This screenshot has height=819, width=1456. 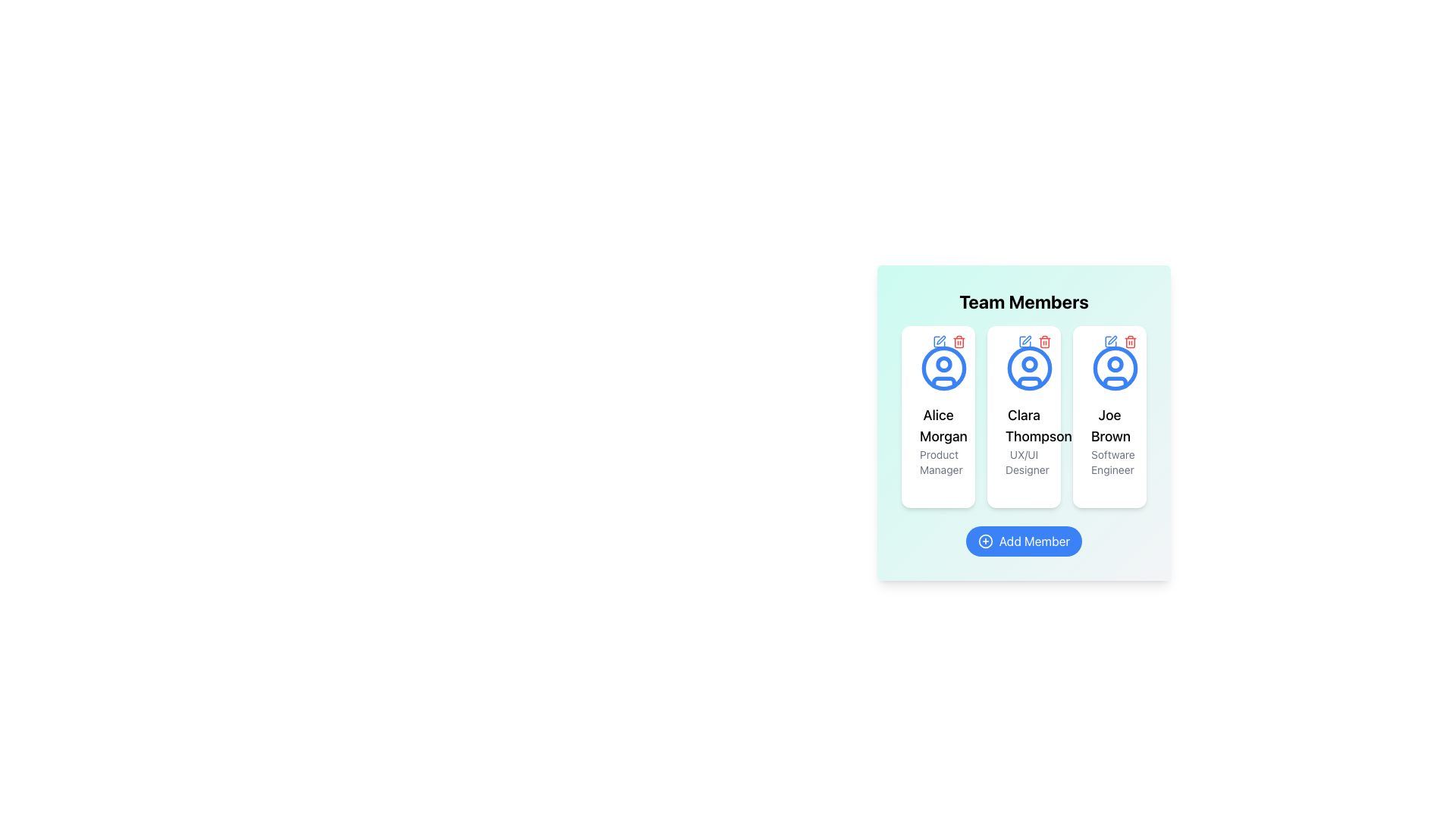 What do you see at coordinates (1024, 301) in the screenshot?
I see `text from the prominent 'Team Members' header, which is a large, bold, and centered text label at the top of the team member section` at bounding box center [1024, 301].